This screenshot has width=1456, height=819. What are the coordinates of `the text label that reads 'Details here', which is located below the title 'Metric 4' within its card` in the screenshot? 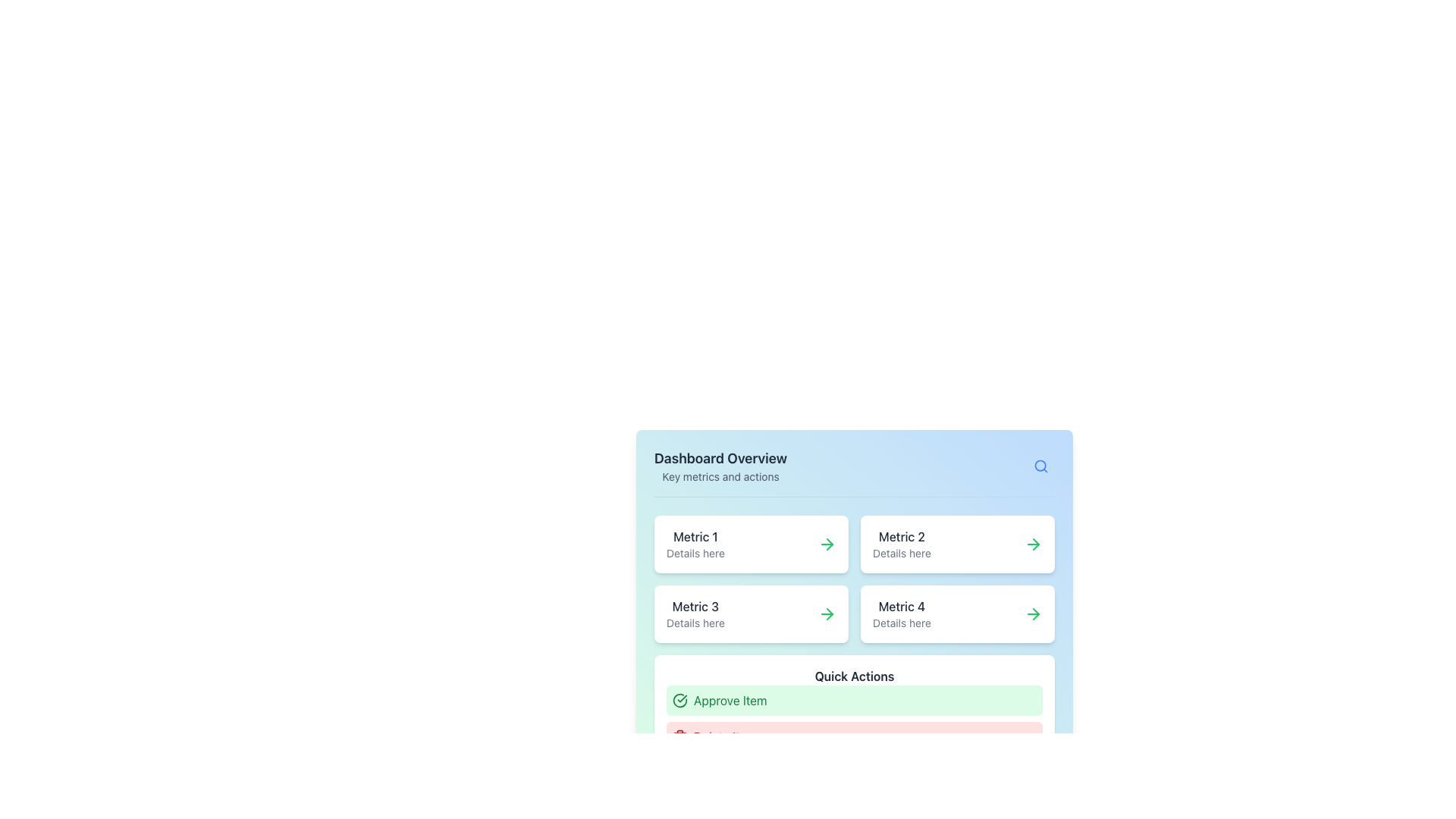 It's located at (902, 623).